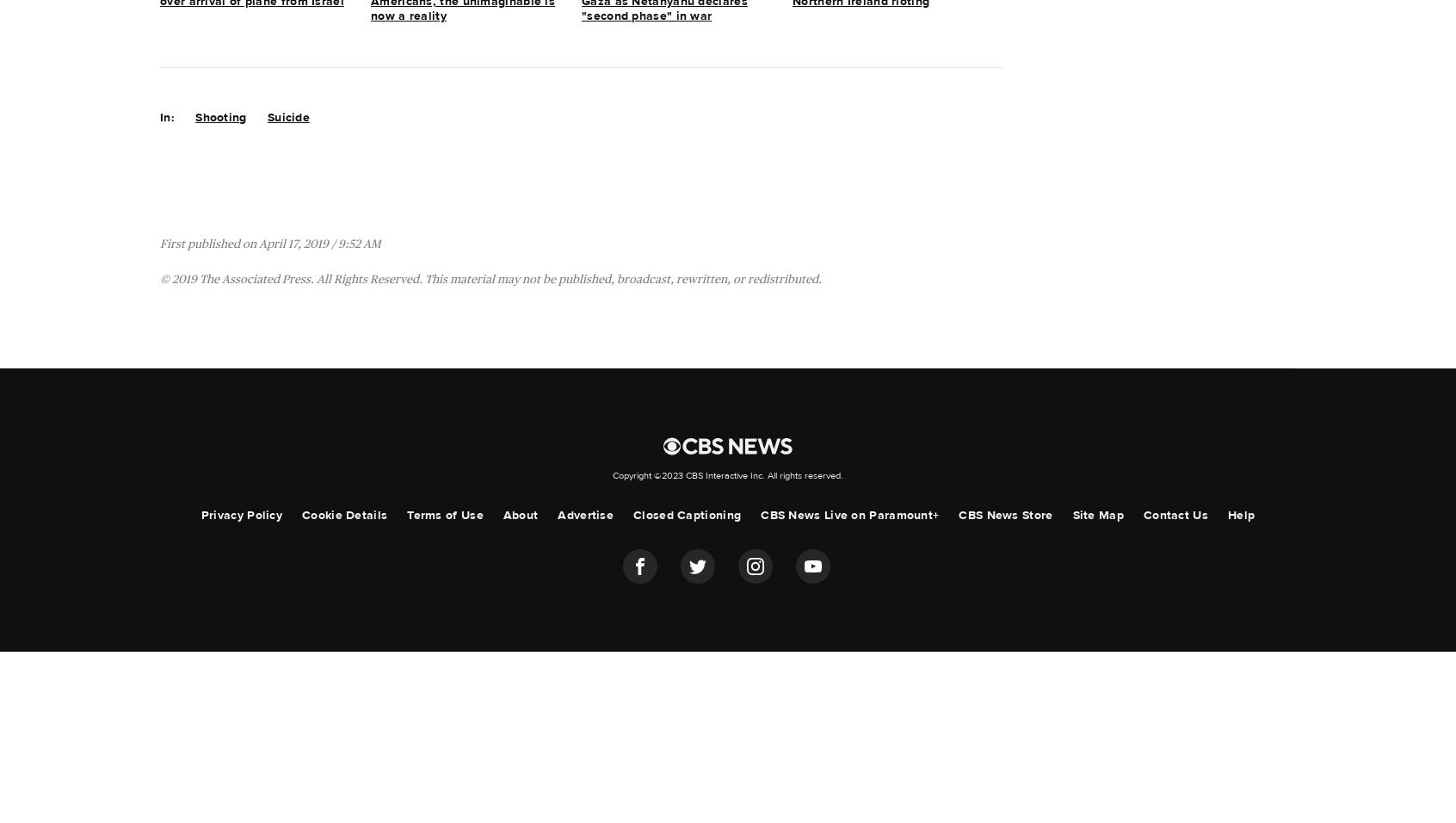 This screenshot has width=1456, height=823. I want to click on 'Copyright ©2023 CBS Interactive Inc. All rights reserved.', so click(728, 474).